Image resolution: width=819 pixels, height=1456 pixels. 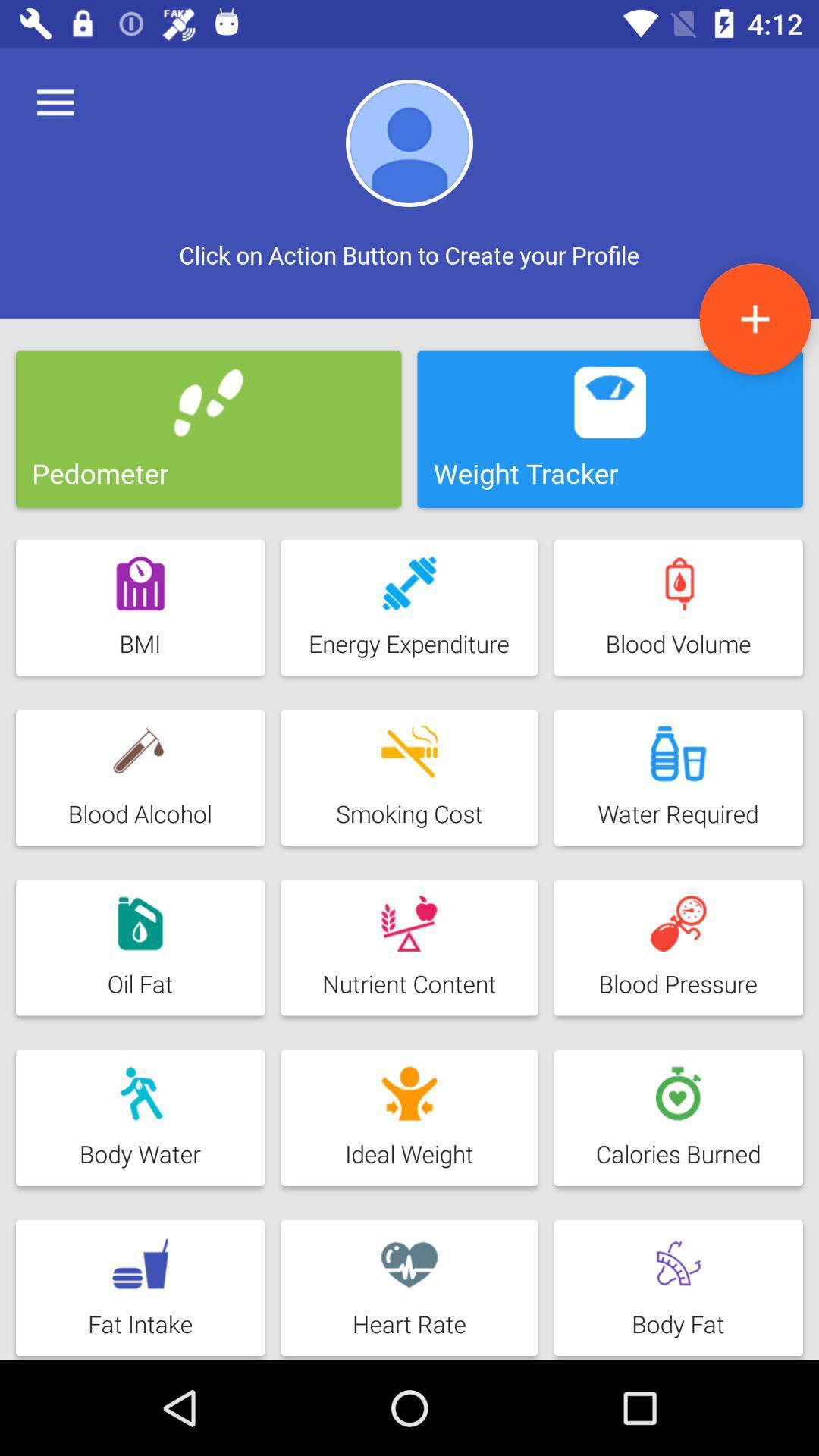 I want to click on the add icon, so click(x=755, y=318).